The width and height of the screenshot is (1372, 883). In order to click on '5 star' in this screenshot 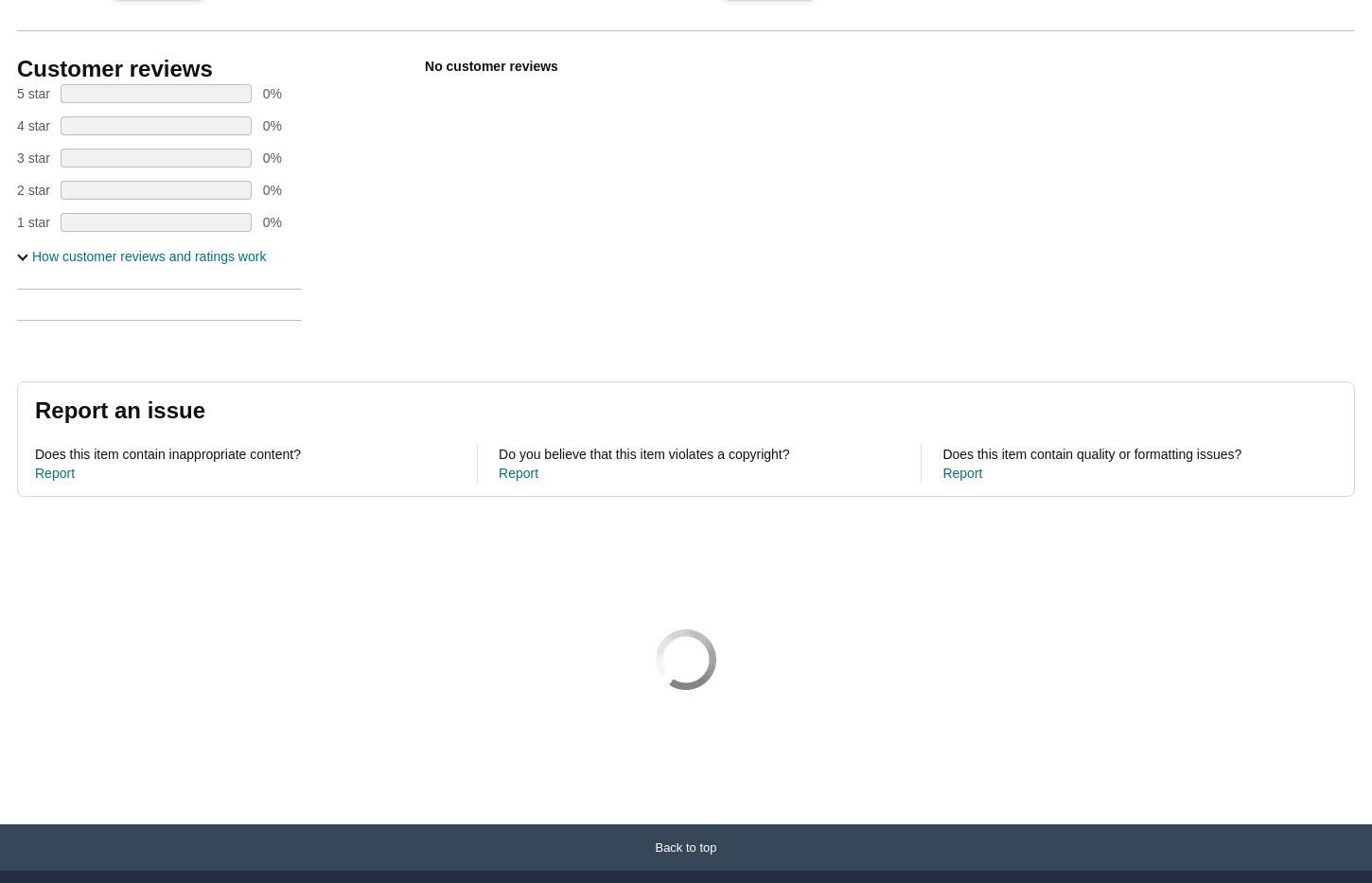, I will do `click(33, 93)`.